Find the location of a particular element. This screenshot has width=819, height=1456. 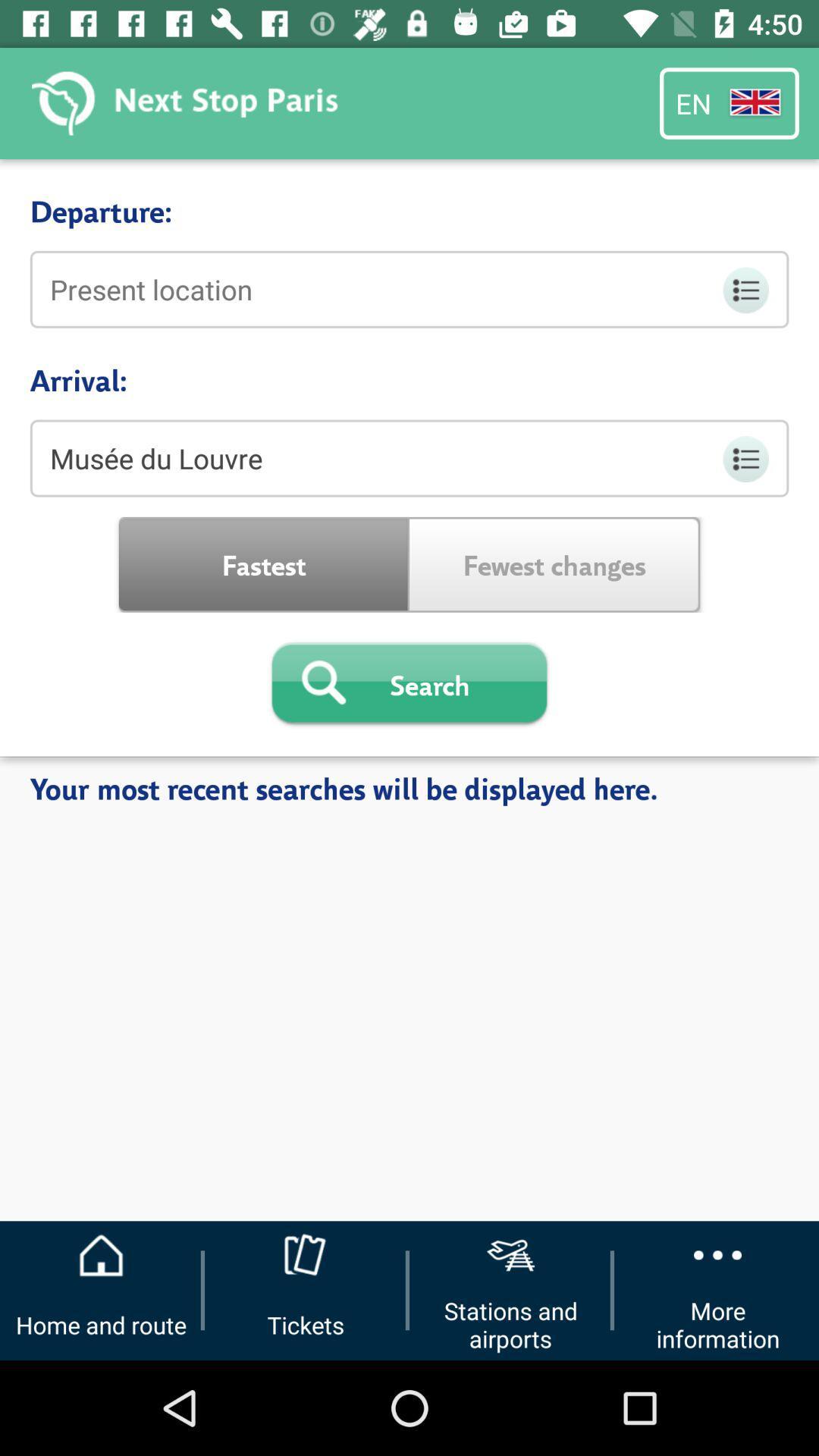

the list icon is located at coordinates (744, 290).